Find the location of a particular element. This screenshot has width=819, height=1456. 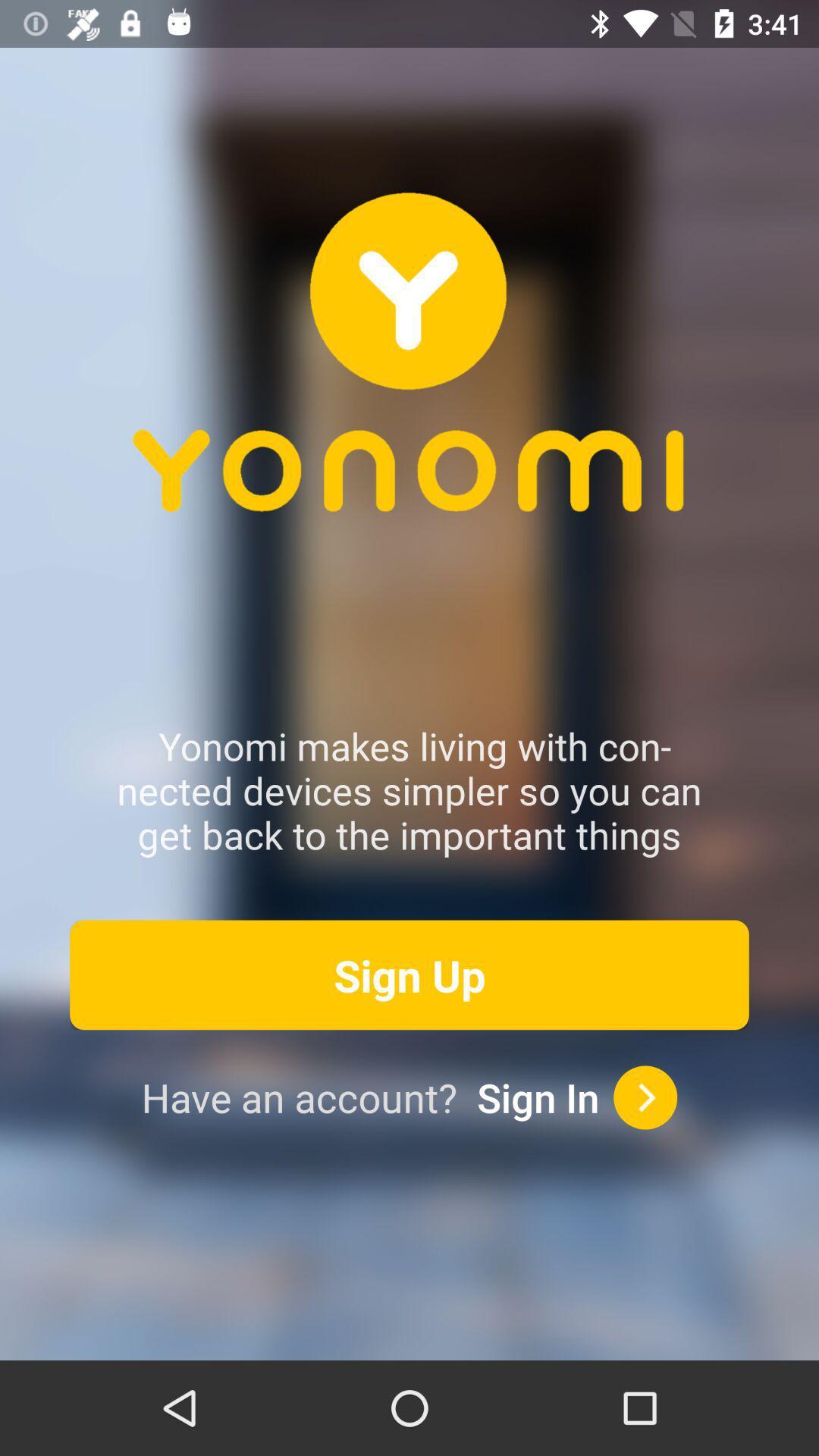

forward is located at coordinates (645, 1097).